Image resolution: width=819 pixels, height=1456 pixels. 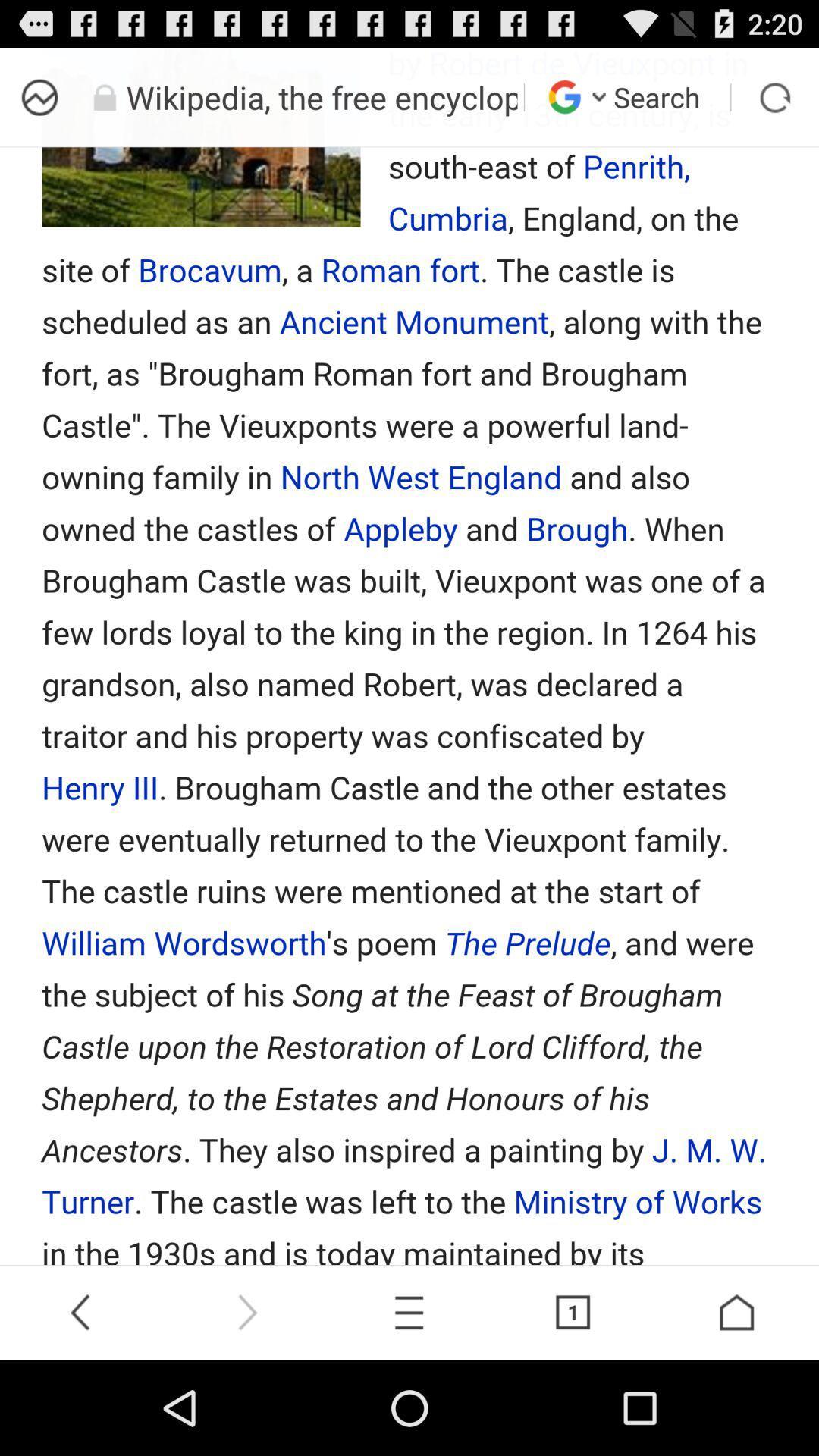 I want to click on the home icon, so click(x=736, y=1404).